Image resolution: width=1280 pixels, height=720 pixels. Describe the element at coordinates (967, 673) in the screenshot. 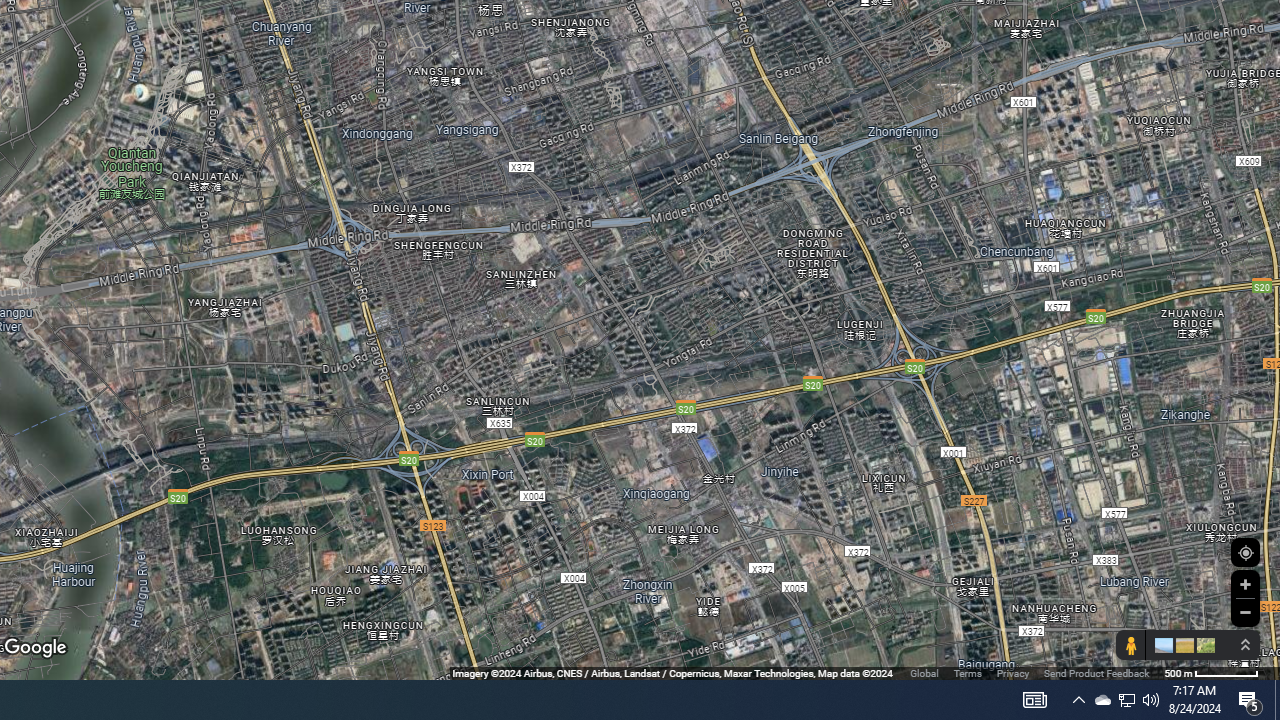

I see `'Terms'` at that location.